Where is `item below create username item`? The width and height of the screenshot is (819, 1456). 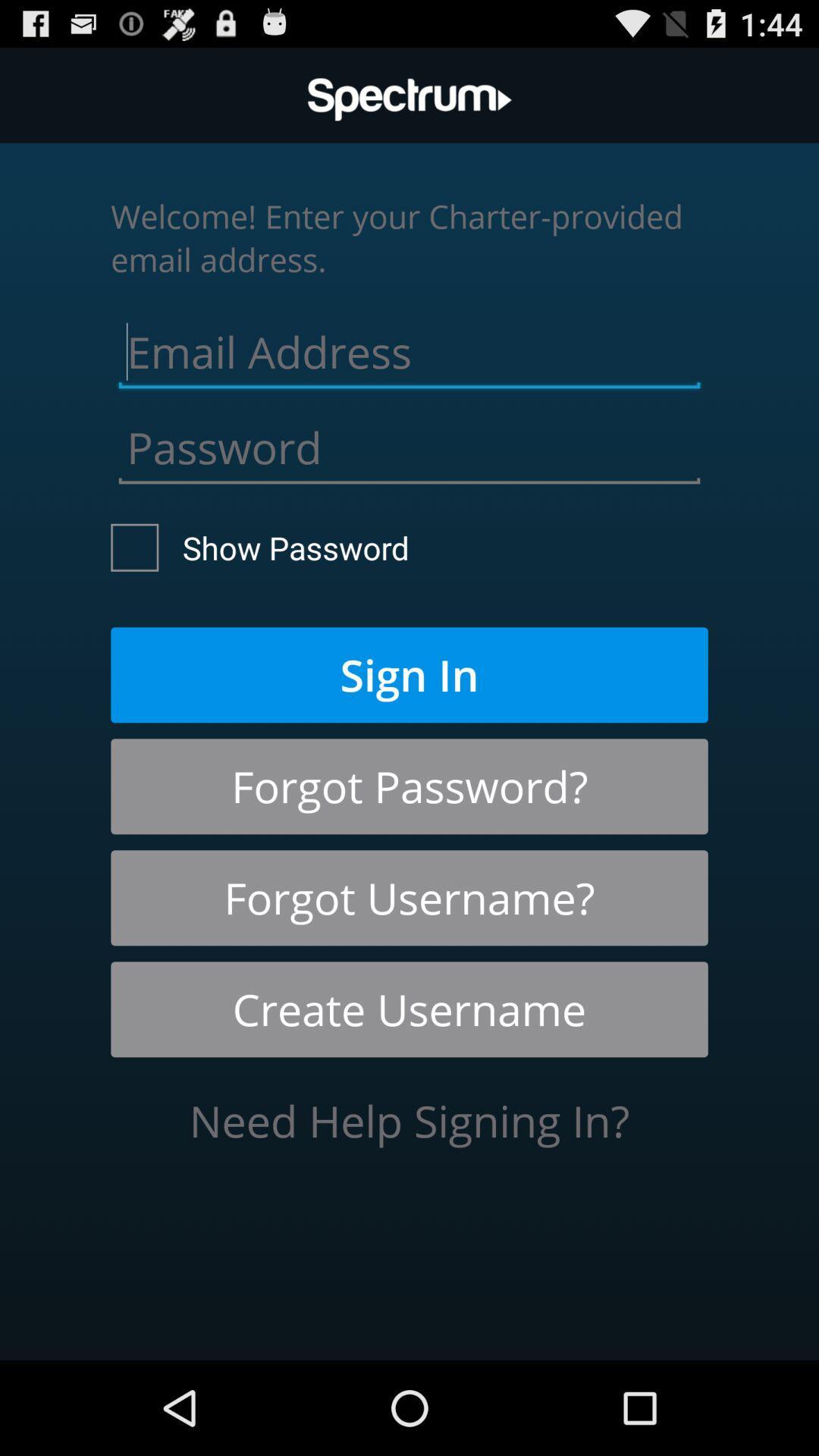
item below create username item is located at coordinates (409, 1121).